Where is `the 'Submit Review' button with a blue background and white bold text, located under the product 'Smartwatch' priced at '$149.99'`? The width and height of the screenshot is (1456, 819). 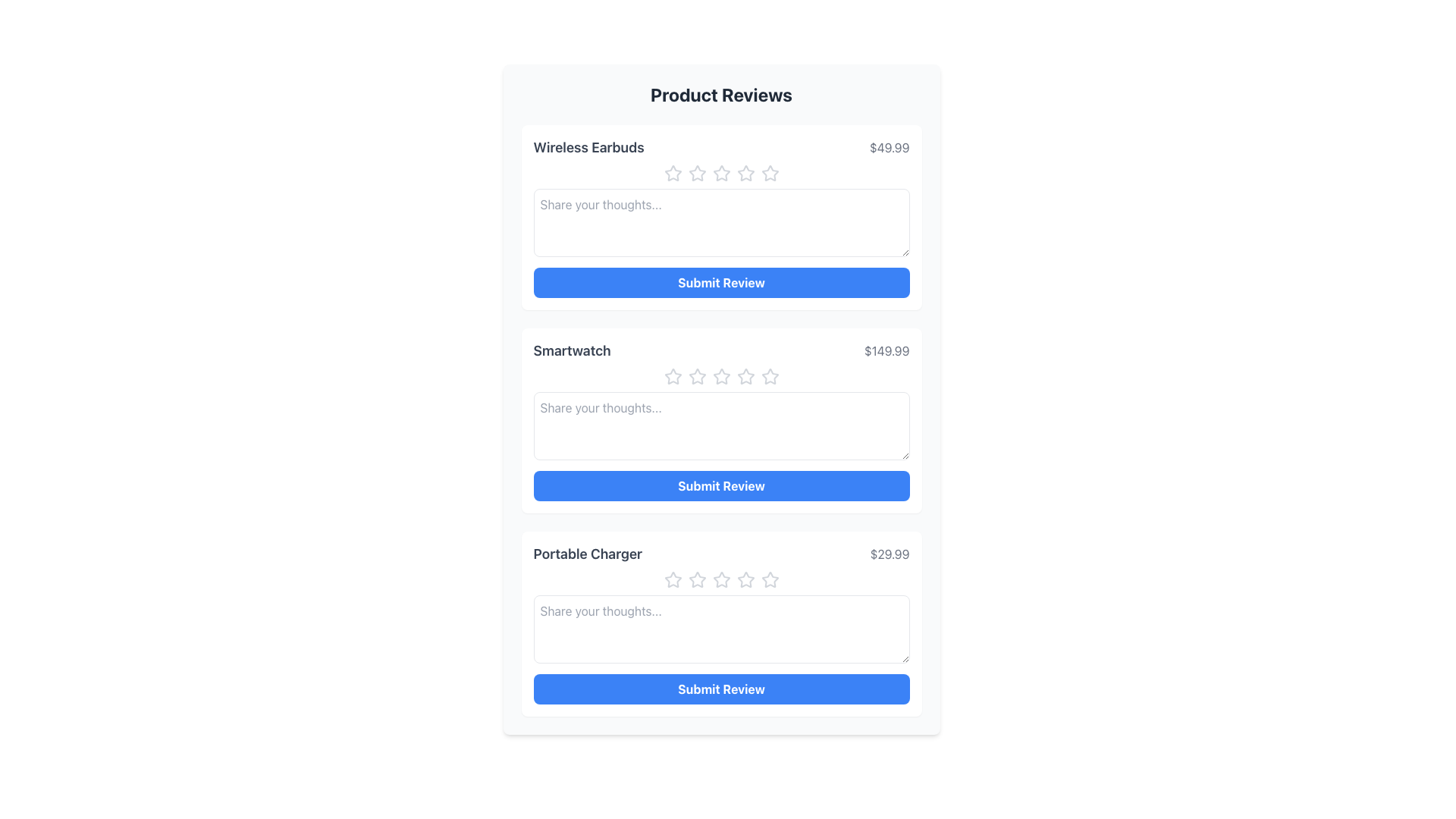
the 'Submit Review' button with a blue background and white bold text, located under the product 'Smartwatch' priced at '$149.99' is located at coordinates (720, 485).